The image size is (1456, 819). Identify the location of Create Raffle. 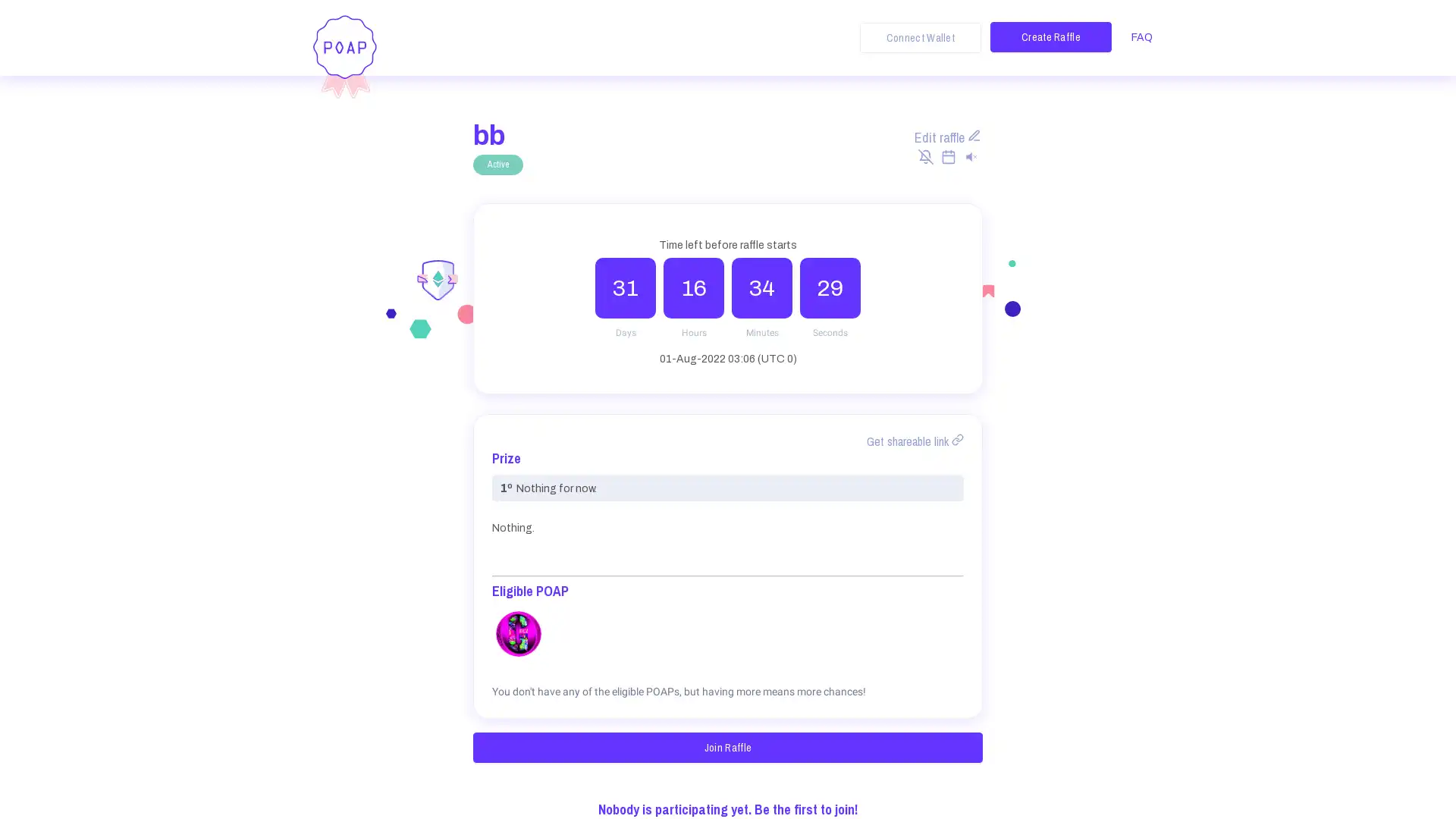
(1050, 36).